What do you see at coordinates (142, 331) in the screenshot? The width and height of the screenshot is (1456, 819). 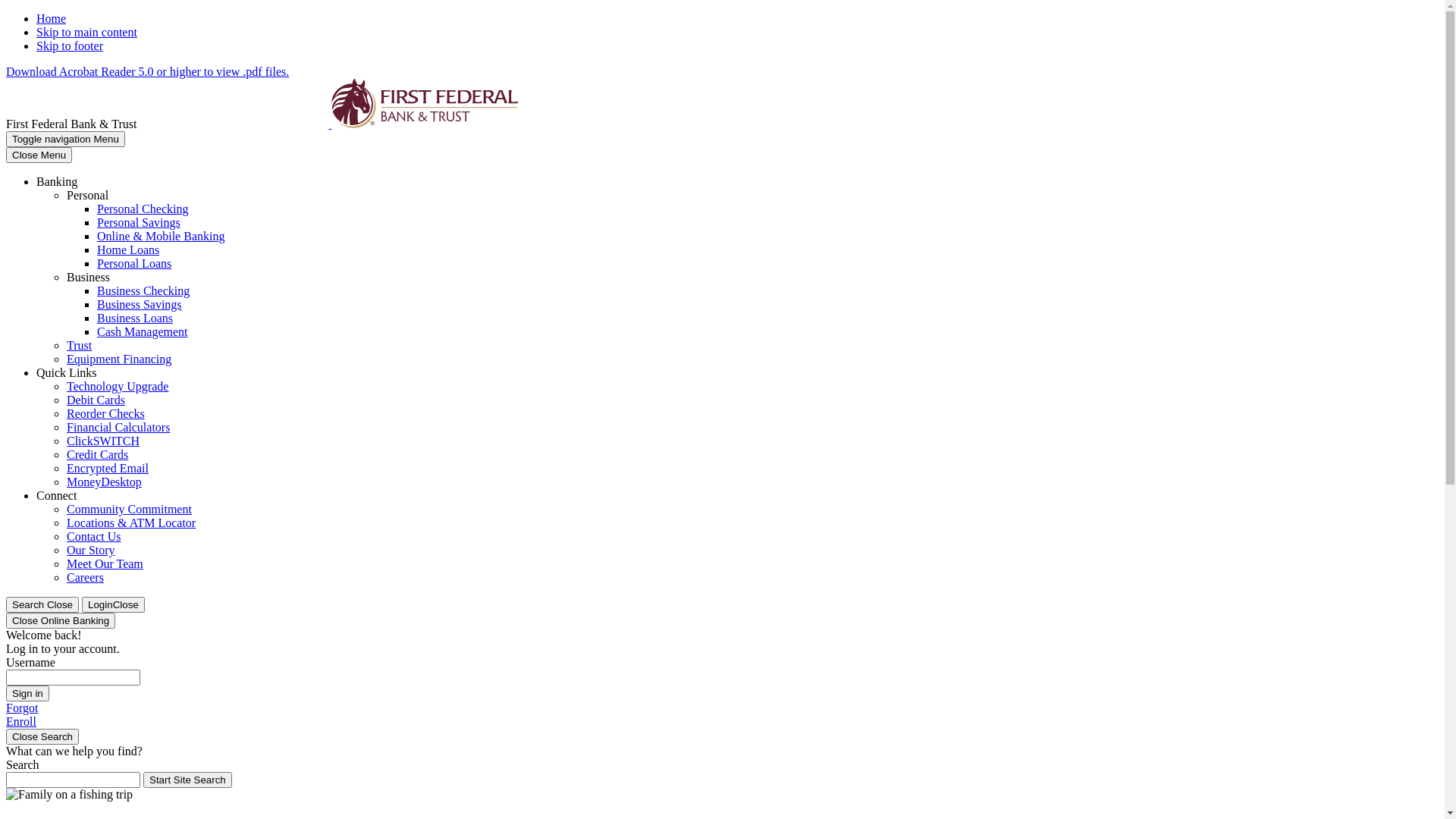 I see `'Cash Management'` at bounding box center [142, 331].